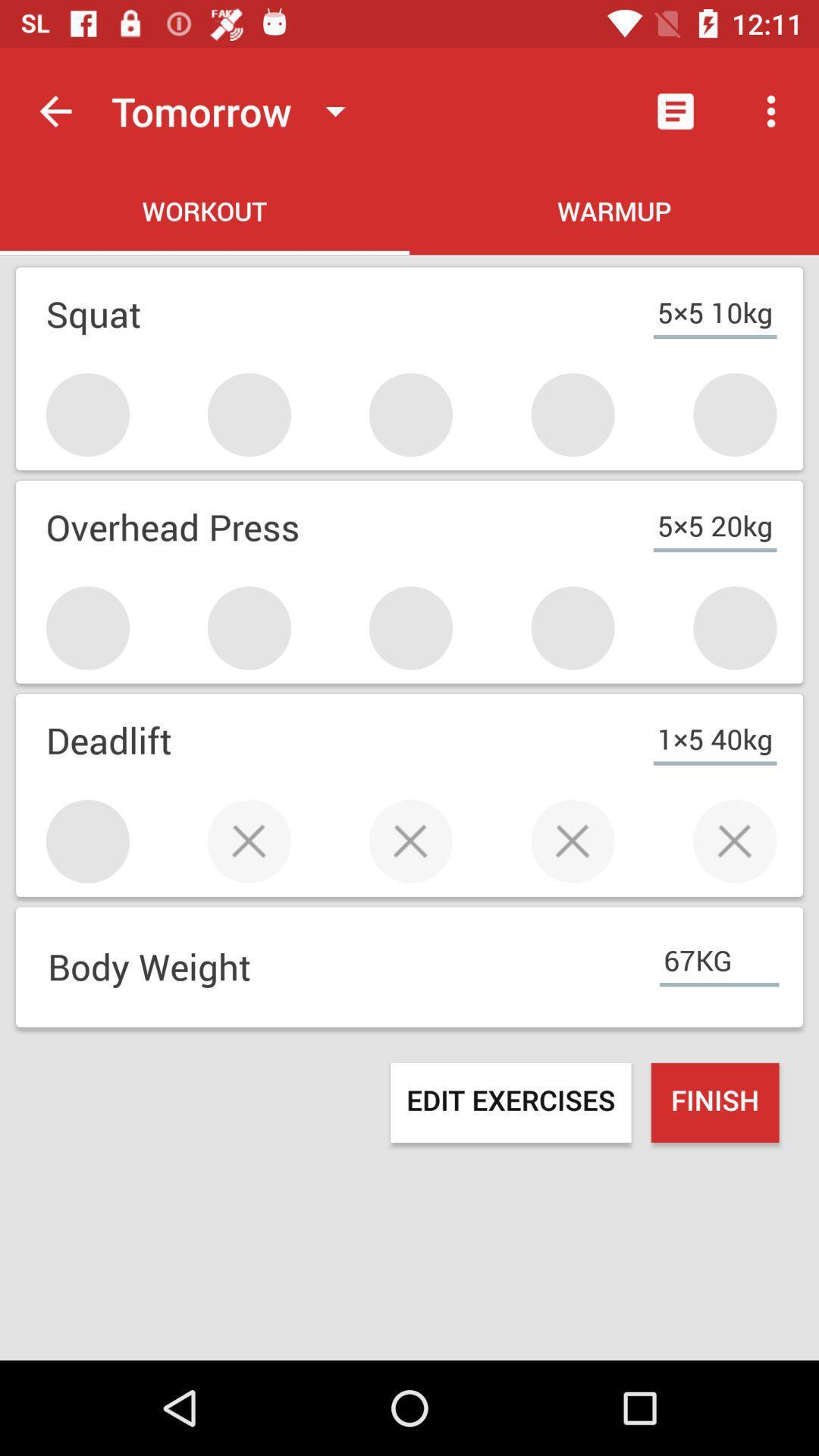 The image size is (819, 1456). What do you see at coordinates (55, 111) in the screenshot?
I see `item next to the tomorrow icon` at bounding box center [55, 111].